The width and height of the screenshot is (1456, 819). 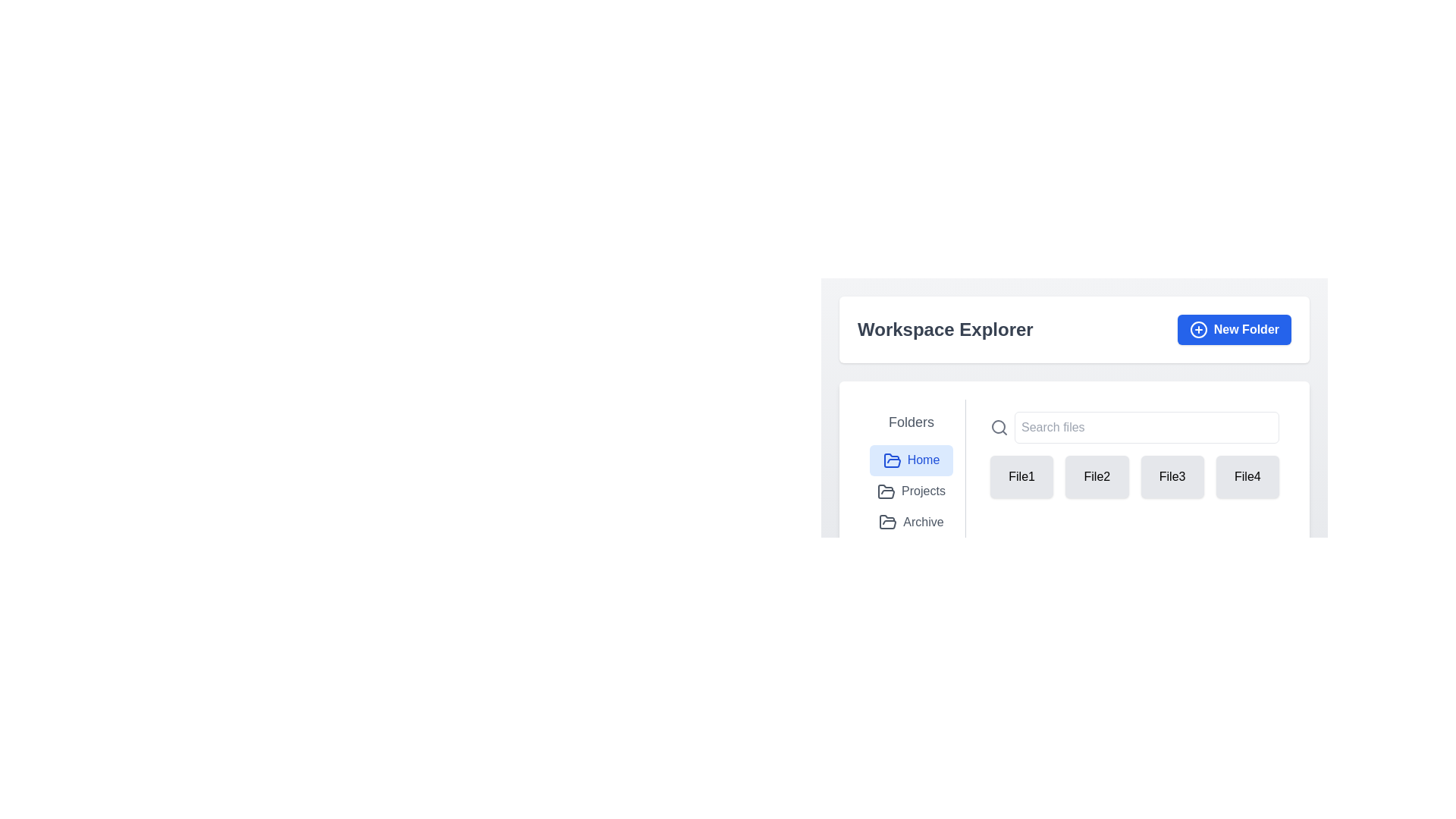 I want to click on the selectable file item labeled 'File4', which is the last item in a horizontal grid layout, so click(x=1247, y=475).